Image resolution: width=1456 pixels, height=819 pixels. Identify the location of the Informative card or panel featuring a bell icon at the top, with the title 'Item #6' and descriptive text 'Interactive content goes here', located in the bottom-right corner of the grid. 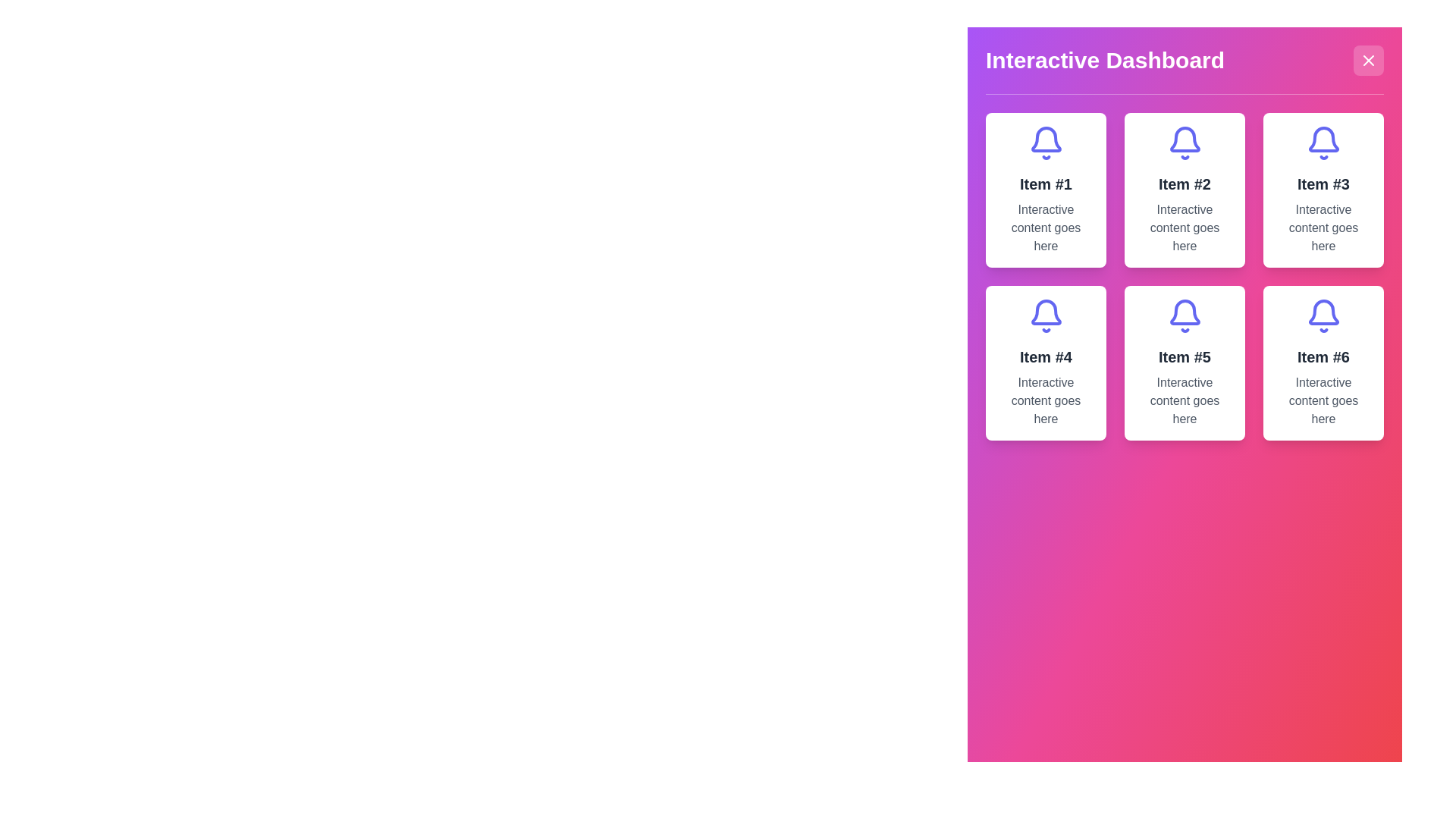
(1323, 362).